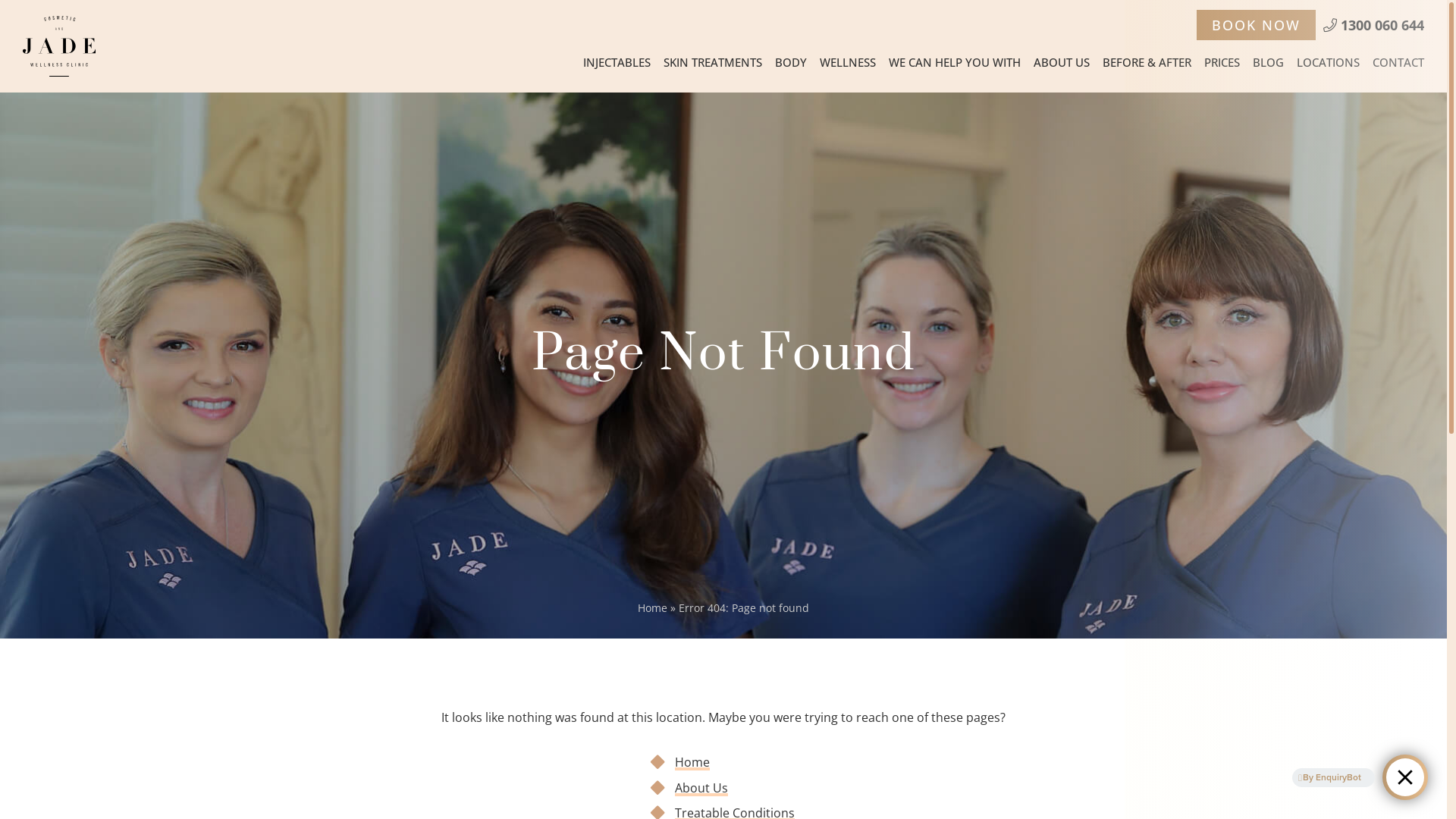 The image size is (1456, 819). I want to click on 'WE CAN HELP YOU WITH', so click(953, 61).